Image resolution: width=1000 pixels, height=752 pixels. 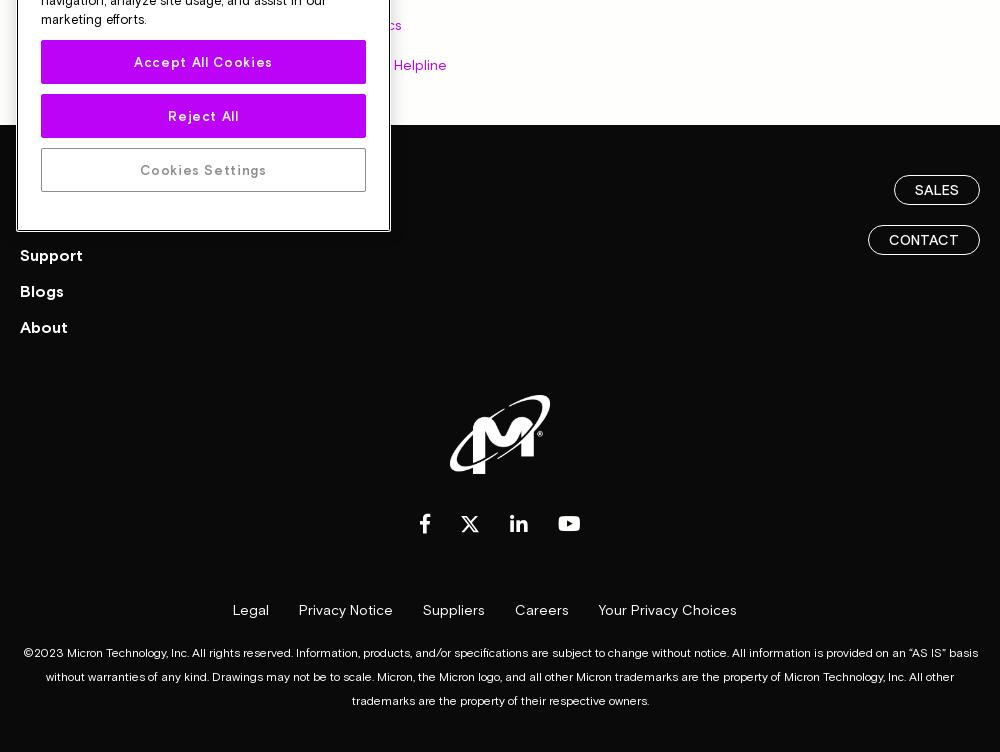 What do you see at coordinates (668, 608) in the screenshot?
I see `'Your Privacy Choices'` at bounding box center [668, 608].